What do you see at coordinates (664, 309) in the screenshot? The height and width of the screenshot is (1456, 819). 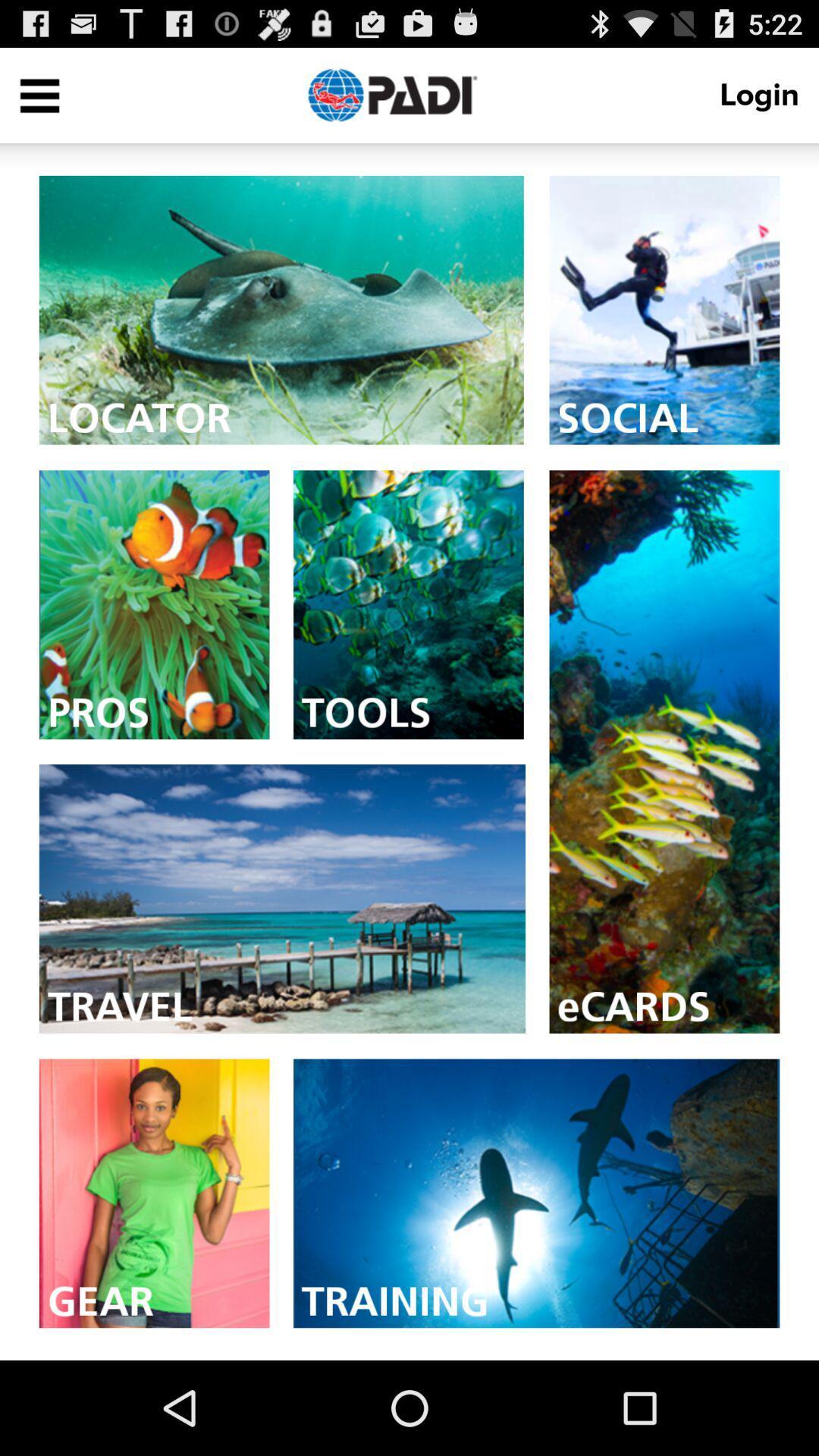 I see `website` at bounding box center [664, 309].